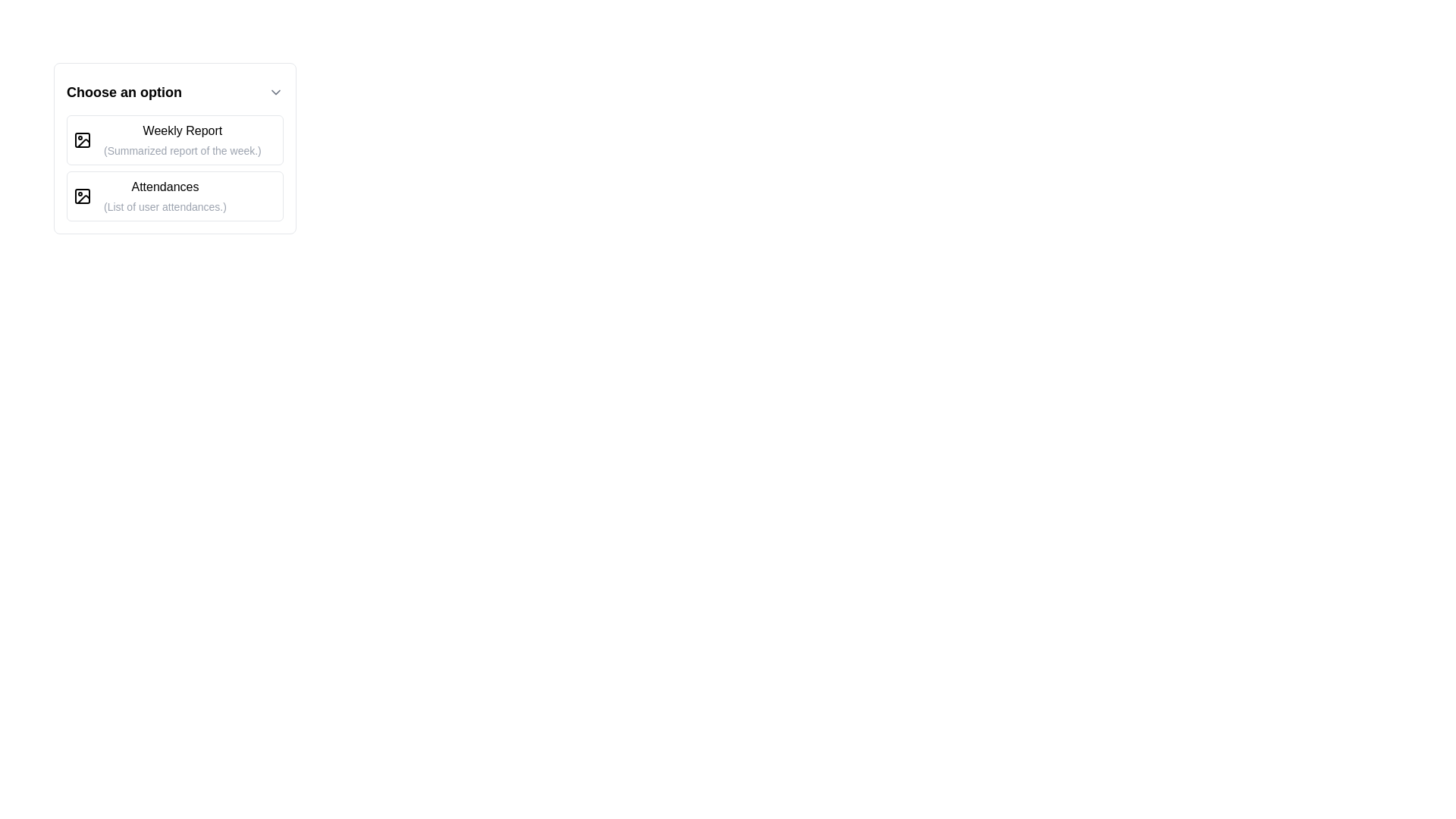 This screenshot has height=819, width=1456. I want to click on the static text element located below the 'Attendances' title, which provides supplementary information, so click(165, 207).